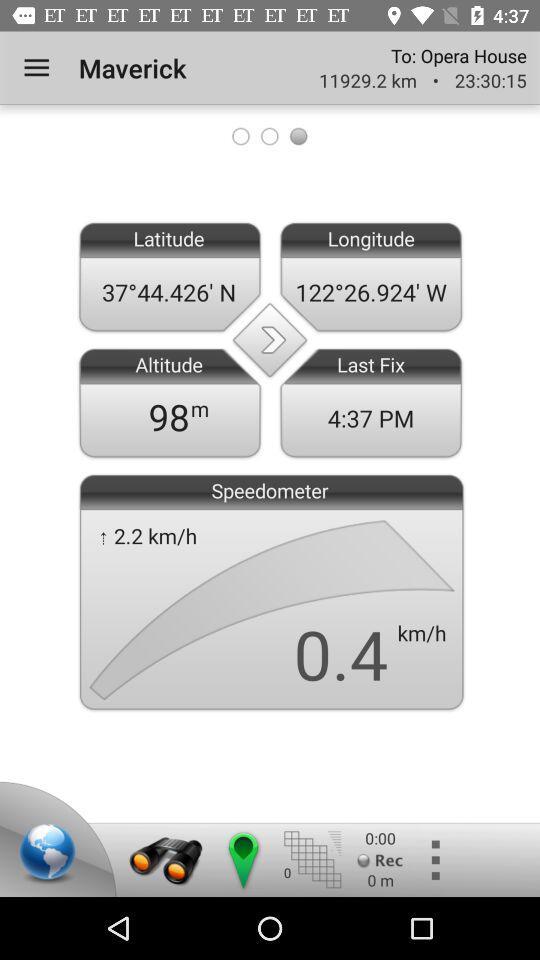 Image resolution: width=540 pixels, height=960 pixels. What do you see at coordinates (433, 859) in the screenshot?
I see `more options` at bounding box center [433, 859].